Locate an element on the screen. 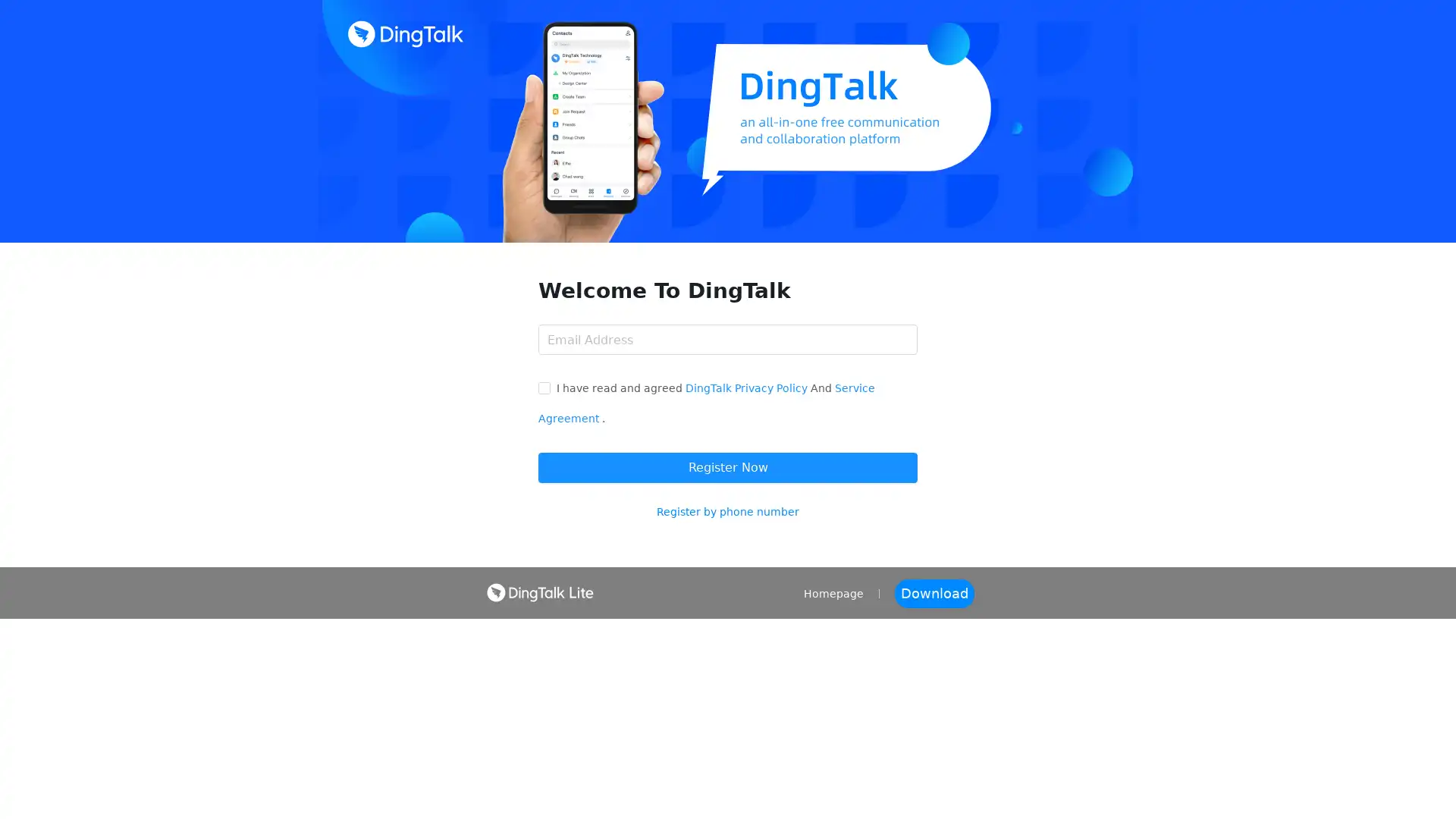 The width and height of the screenshot is (1456, 819). Register Now is located at coordinates (728, 467).